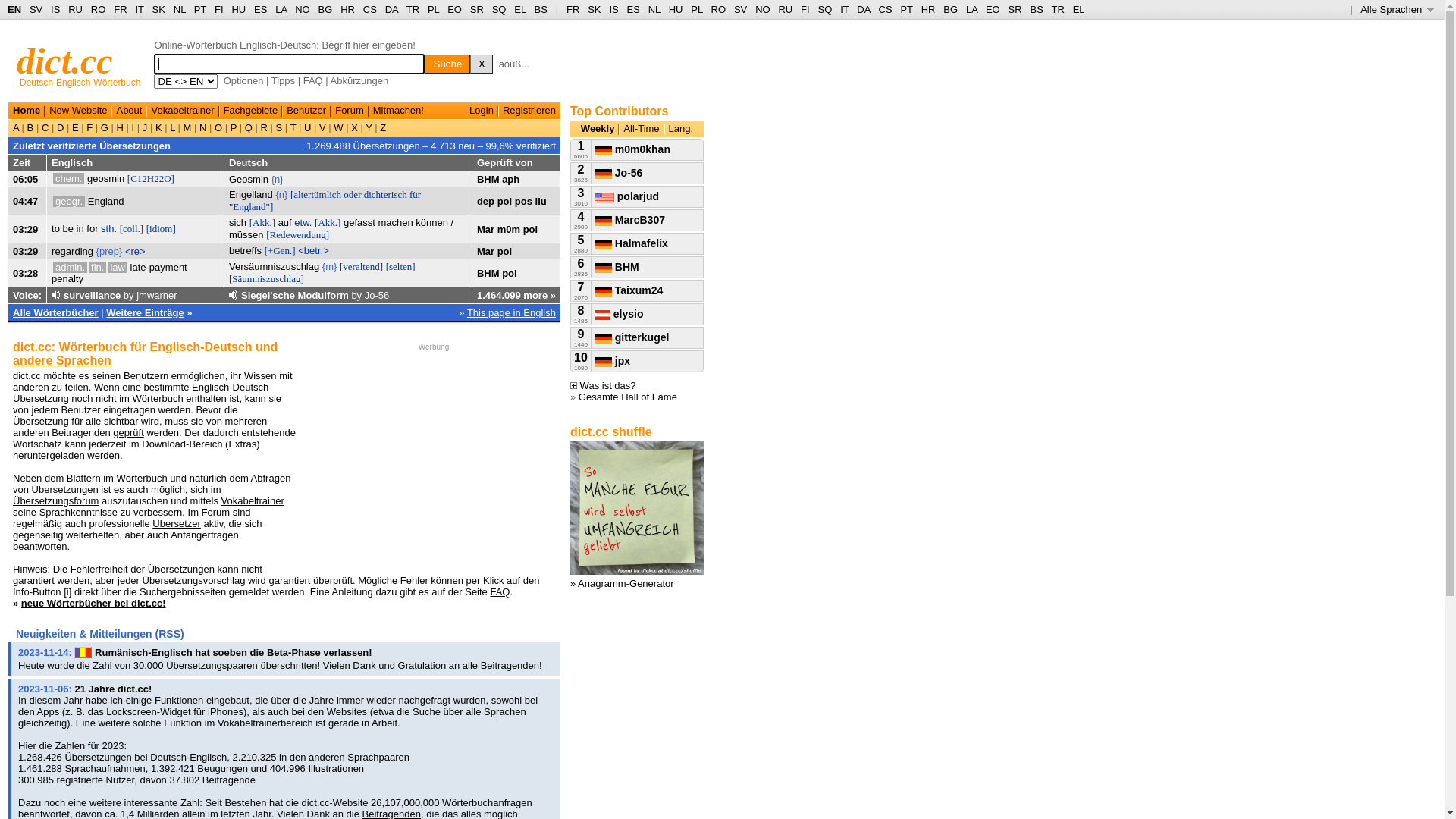  I want to click on 'MarcB307', so click(629, 219).